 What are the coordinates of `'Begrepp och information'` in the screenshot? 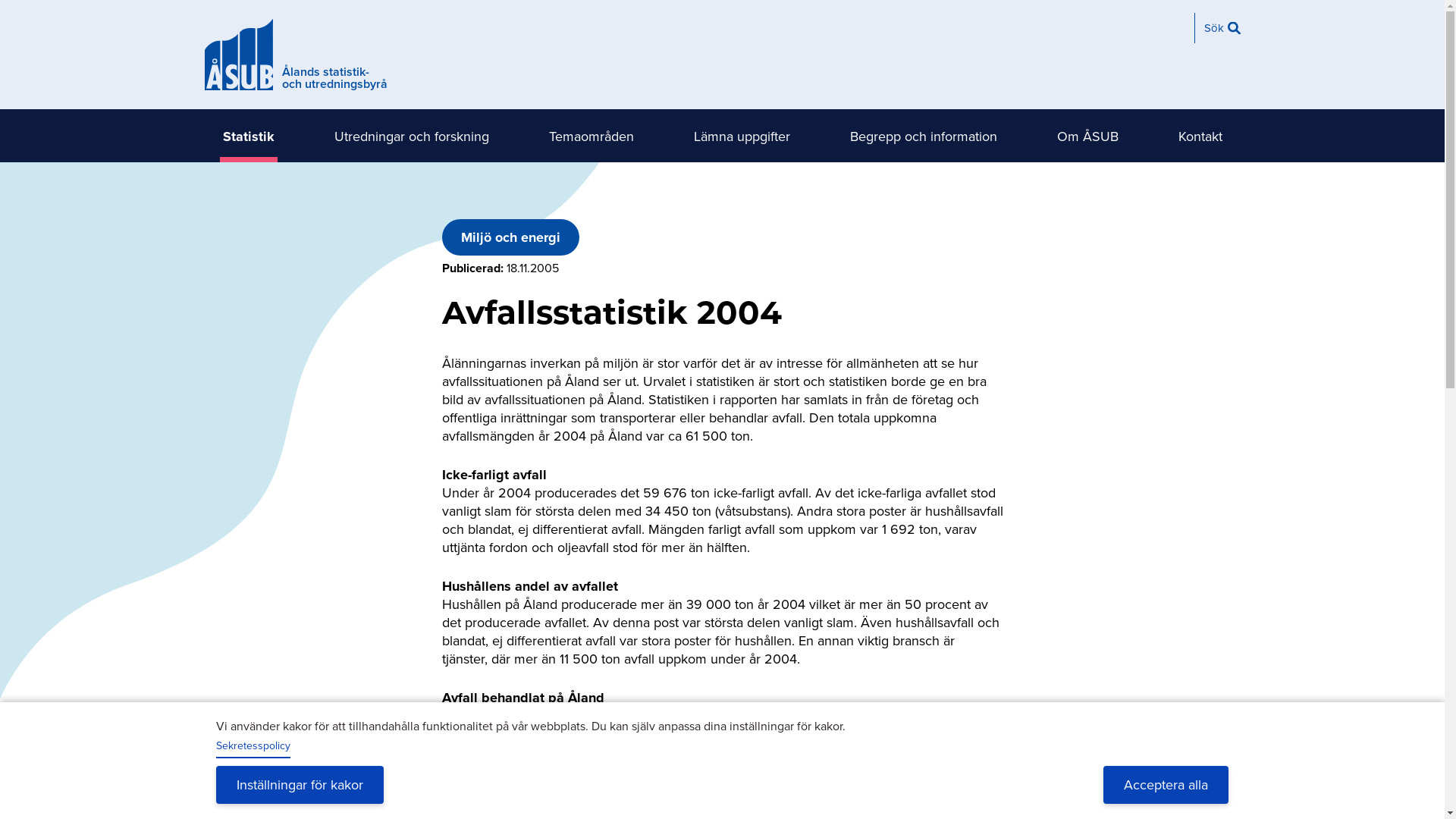 It's located at (922, 134).